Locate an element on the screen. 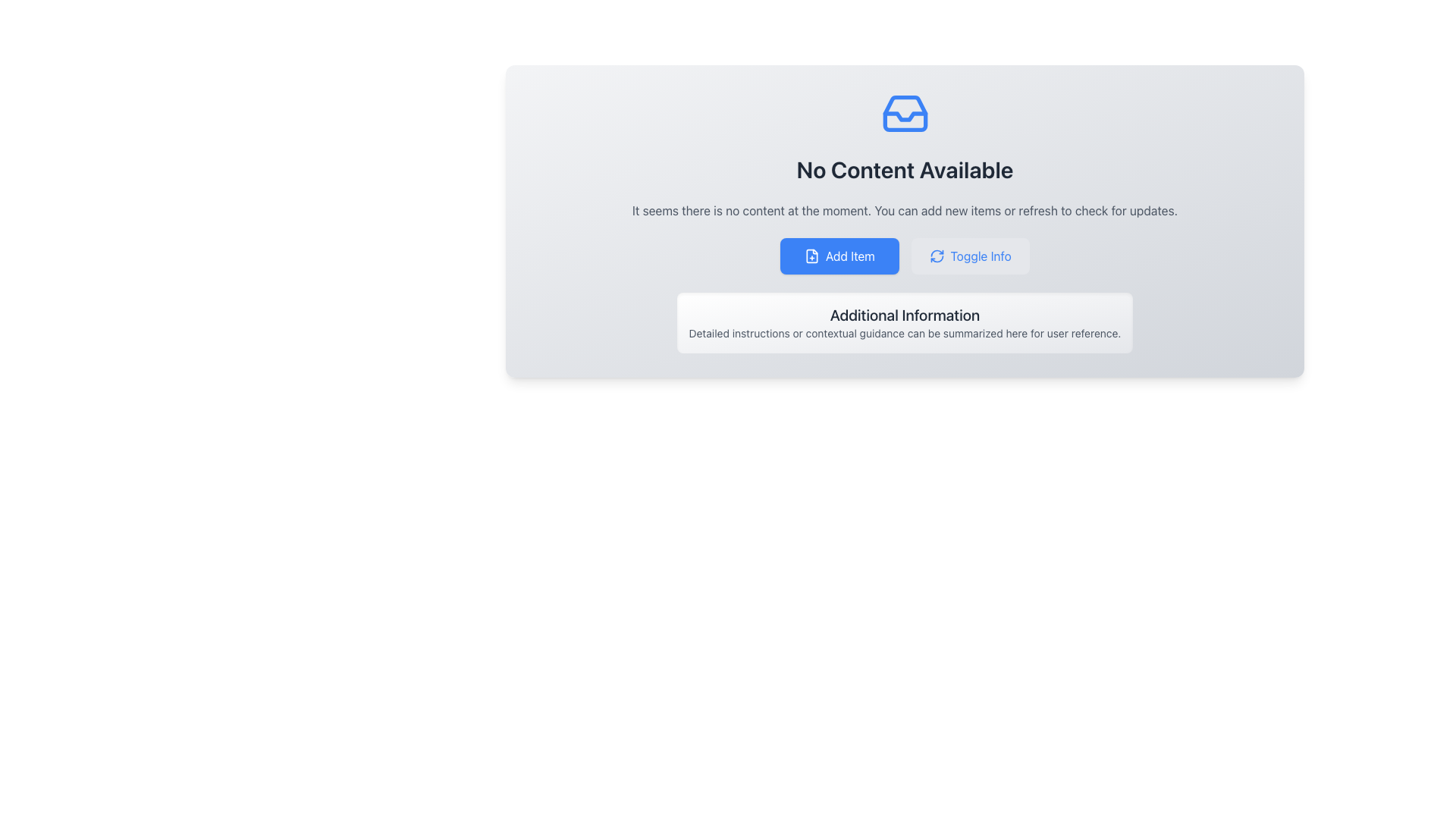  the 'Toggle Info' button, which has a light gray background, blue text, and a circular arrow icon on its left is located at coordinates (968, 256).